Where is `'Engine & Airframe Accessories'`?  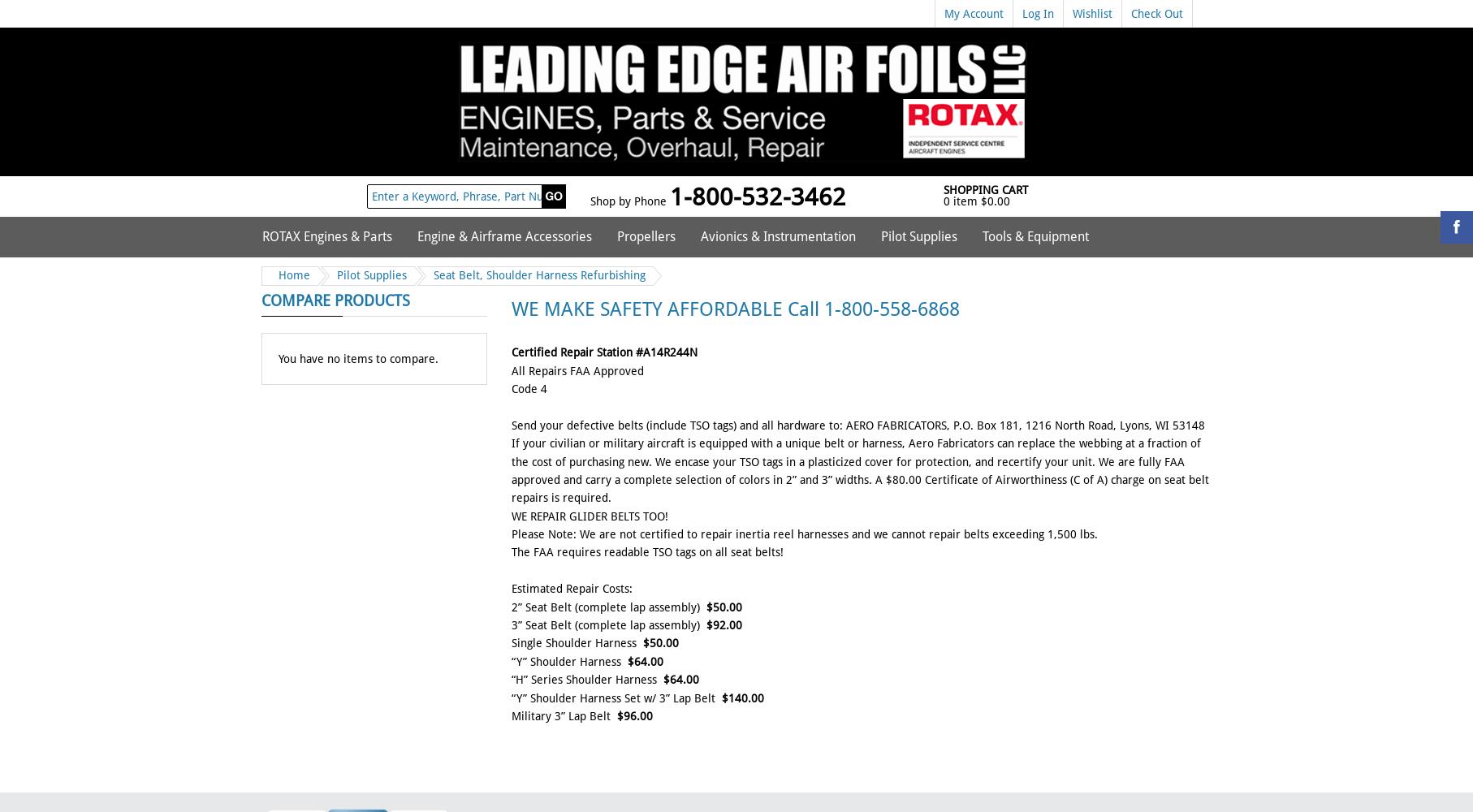
'Engine & Airframe Accessories' is located at coordinates (417, 236).